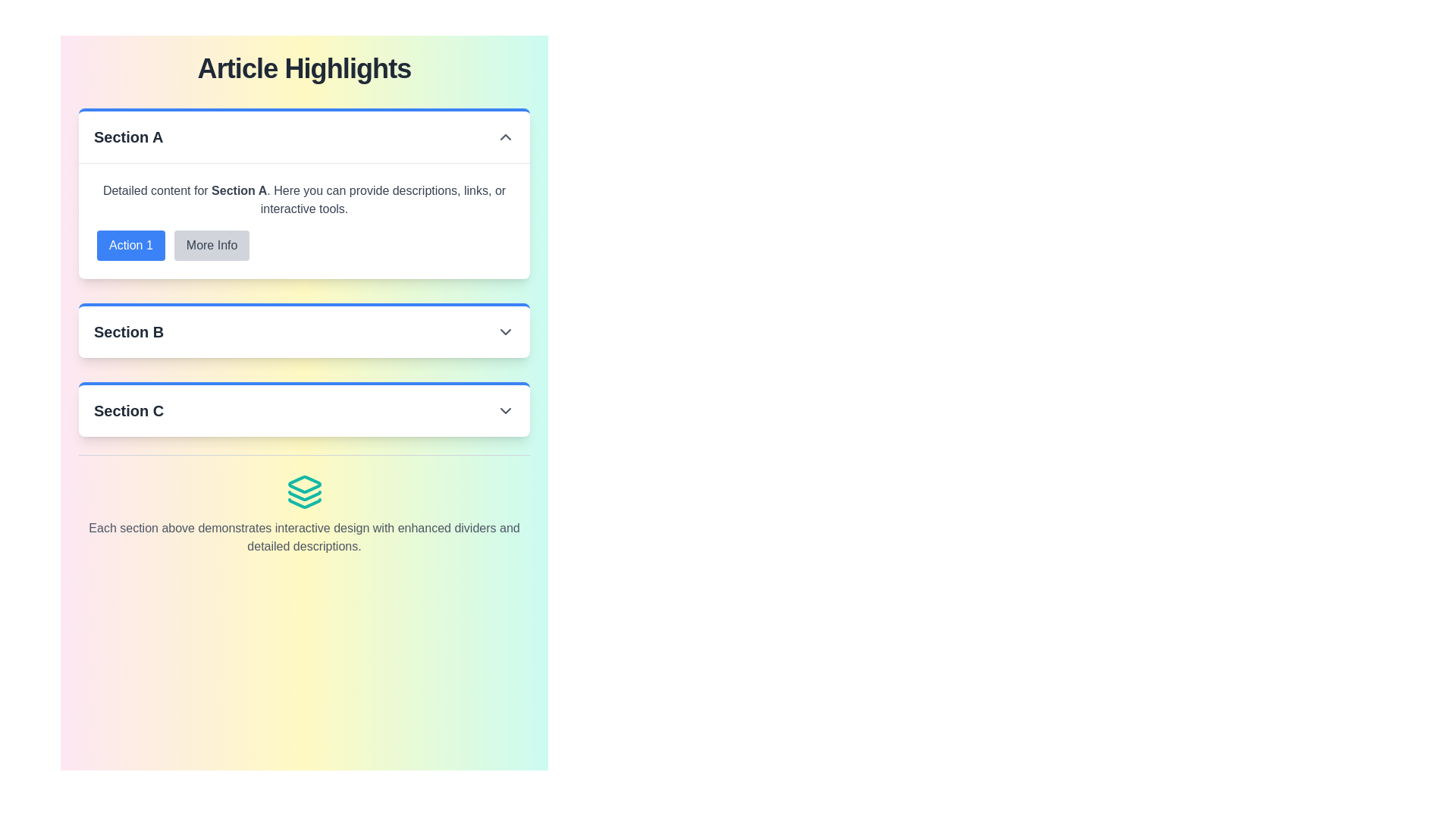 This screenshot has width=1456, height=819. What do you see at coordinates (506, 331) in the screenshot?
I see `the downward chevron icon located to the far right of the 'Section B' header text` at bounding box center [506, 331].